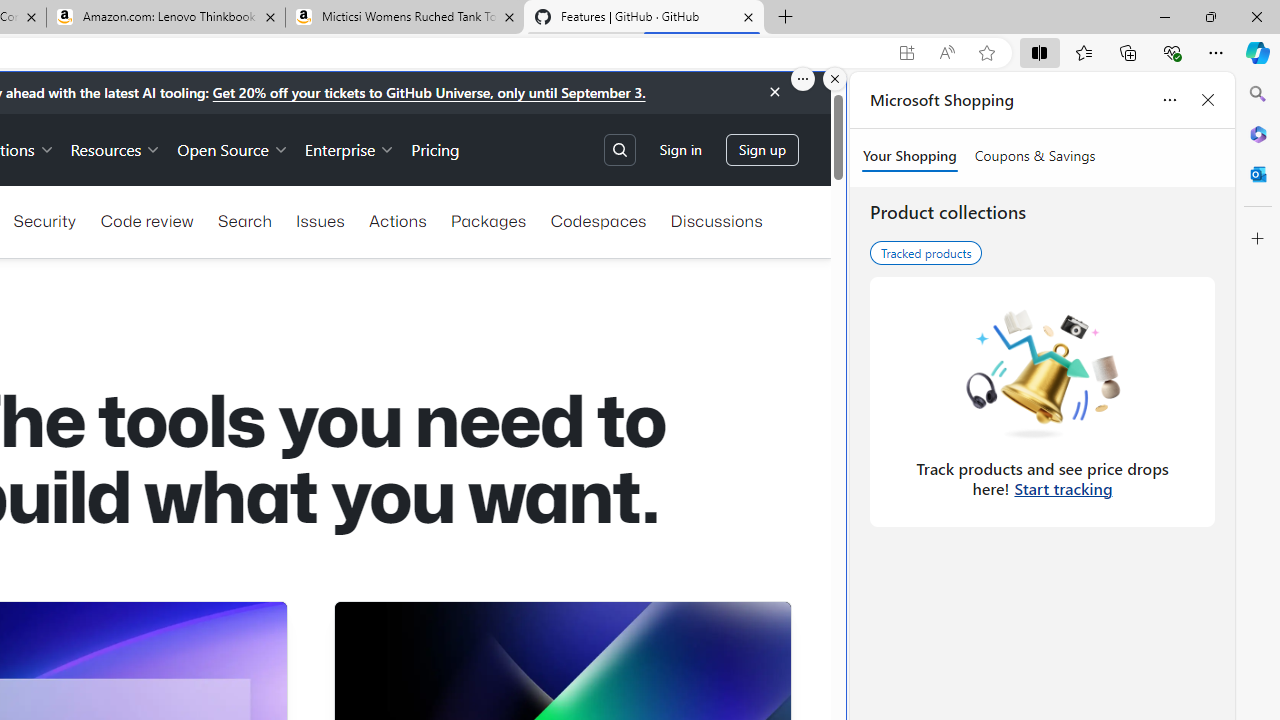  What do you see at coordinates (488, 221) in the screenshot?
I see `'Packages'` at bounding box center [488, 221].